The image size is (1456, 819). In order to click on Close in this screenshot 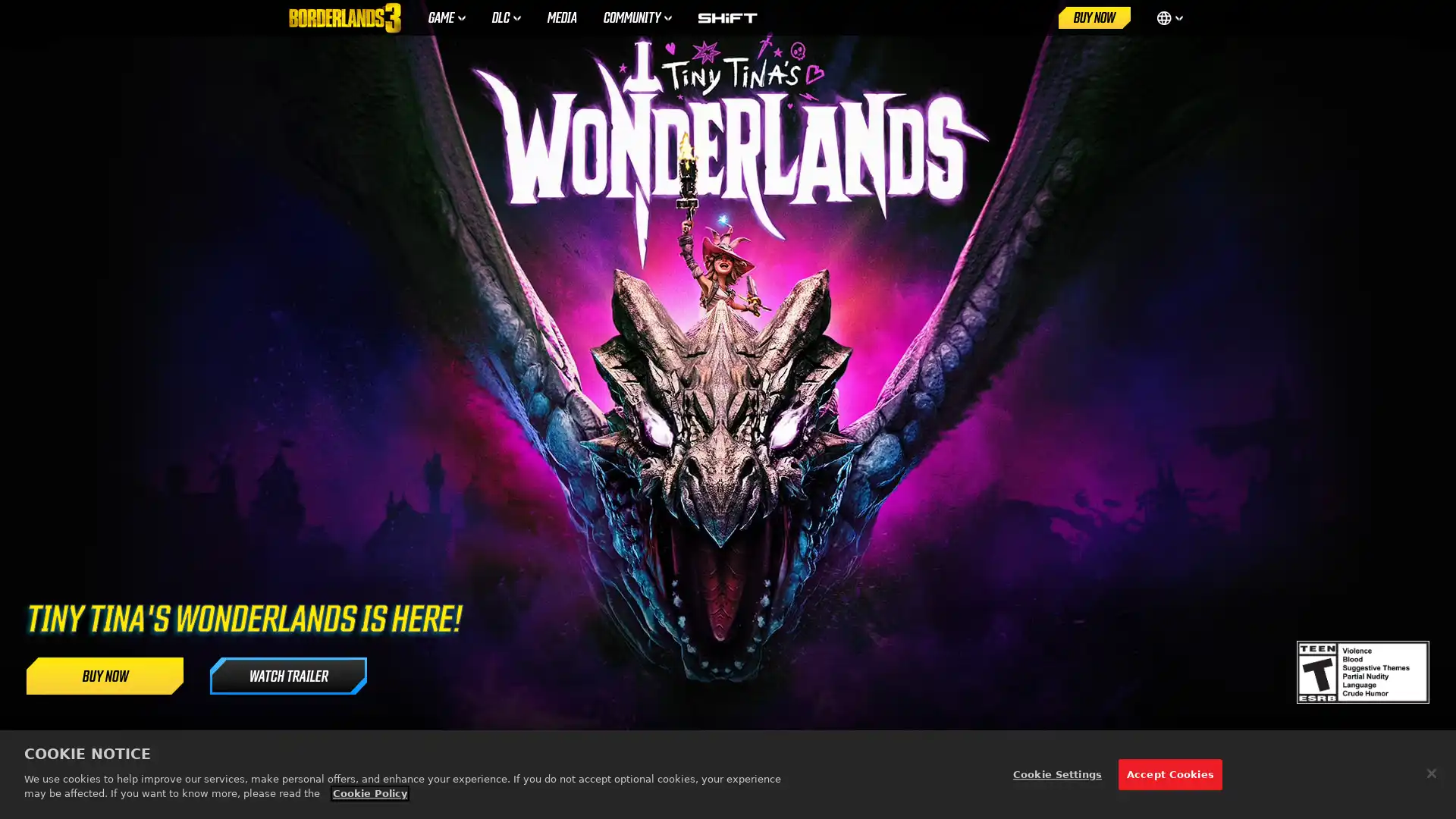, I will do `click(1430, 772)`.